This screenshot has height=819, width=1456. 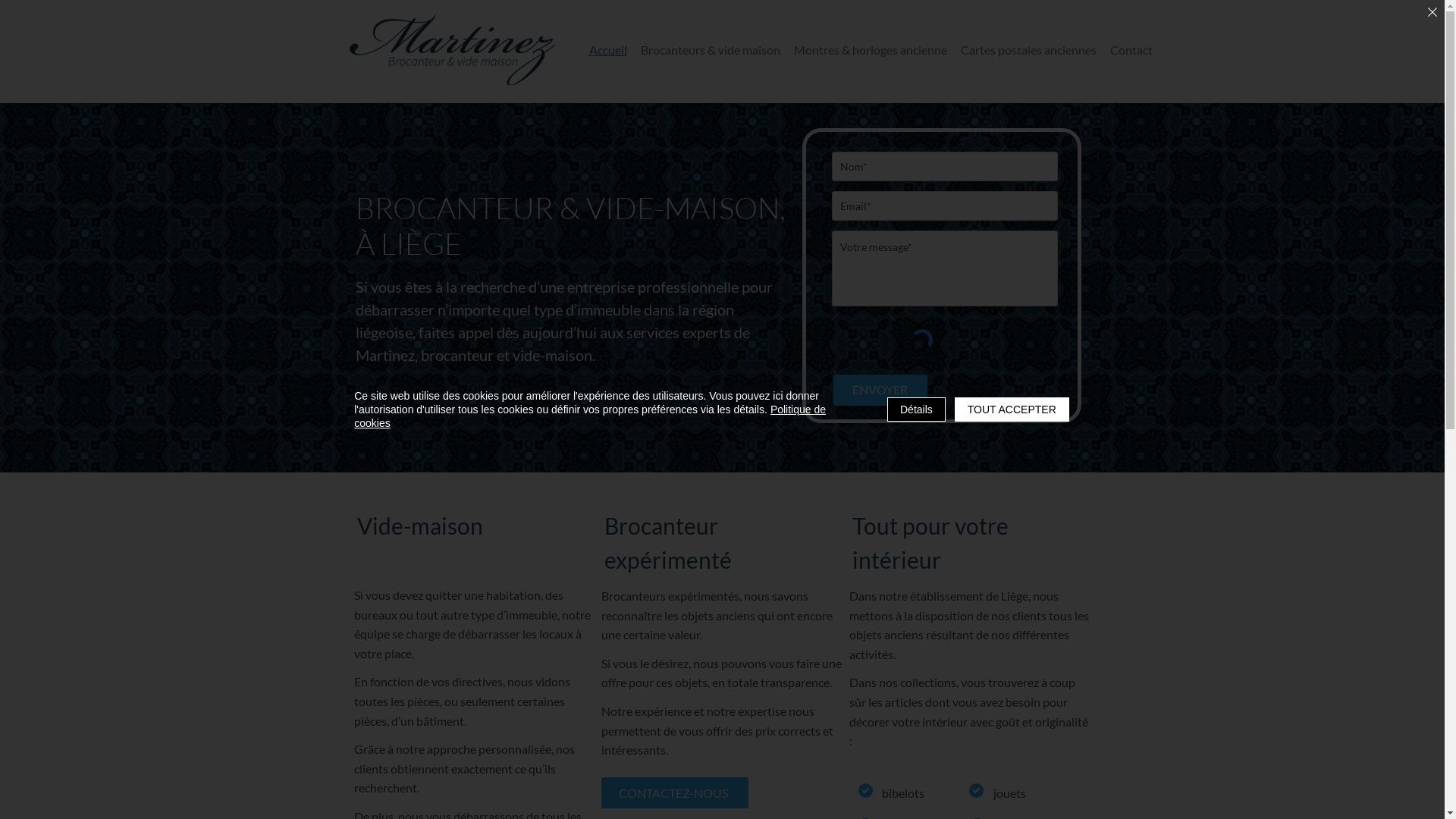 I want to click on 'CONTACTEZ-NOUS', so click(x=673, y=792).